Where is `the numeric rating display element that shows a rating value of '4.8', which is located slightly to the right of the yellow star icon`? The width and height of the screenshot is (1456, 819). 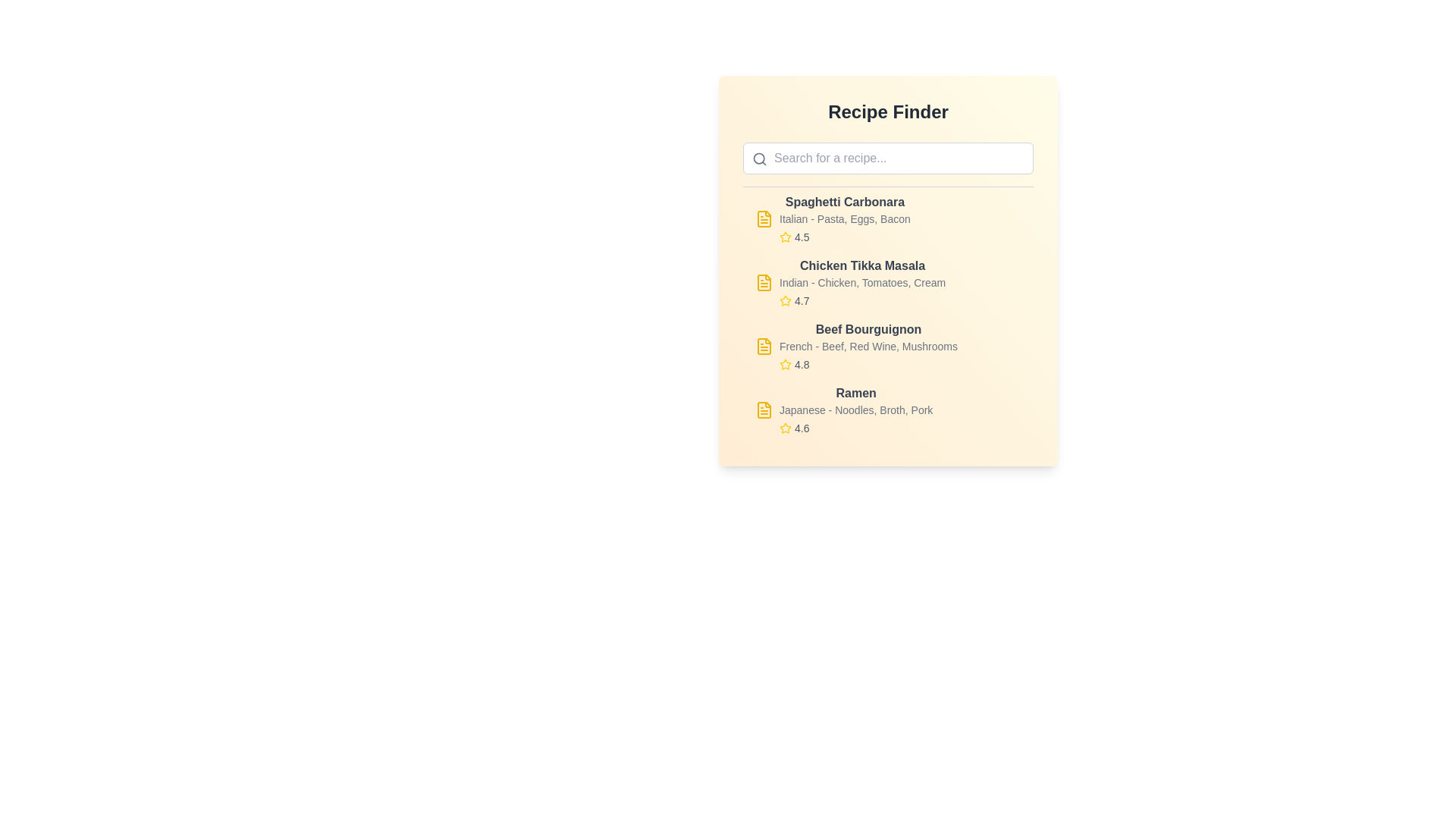 the numeric rating display element that shows a rating value of '4.8', which is located slightly to the right of the yellow star icon is located at coordinates (801, 365).